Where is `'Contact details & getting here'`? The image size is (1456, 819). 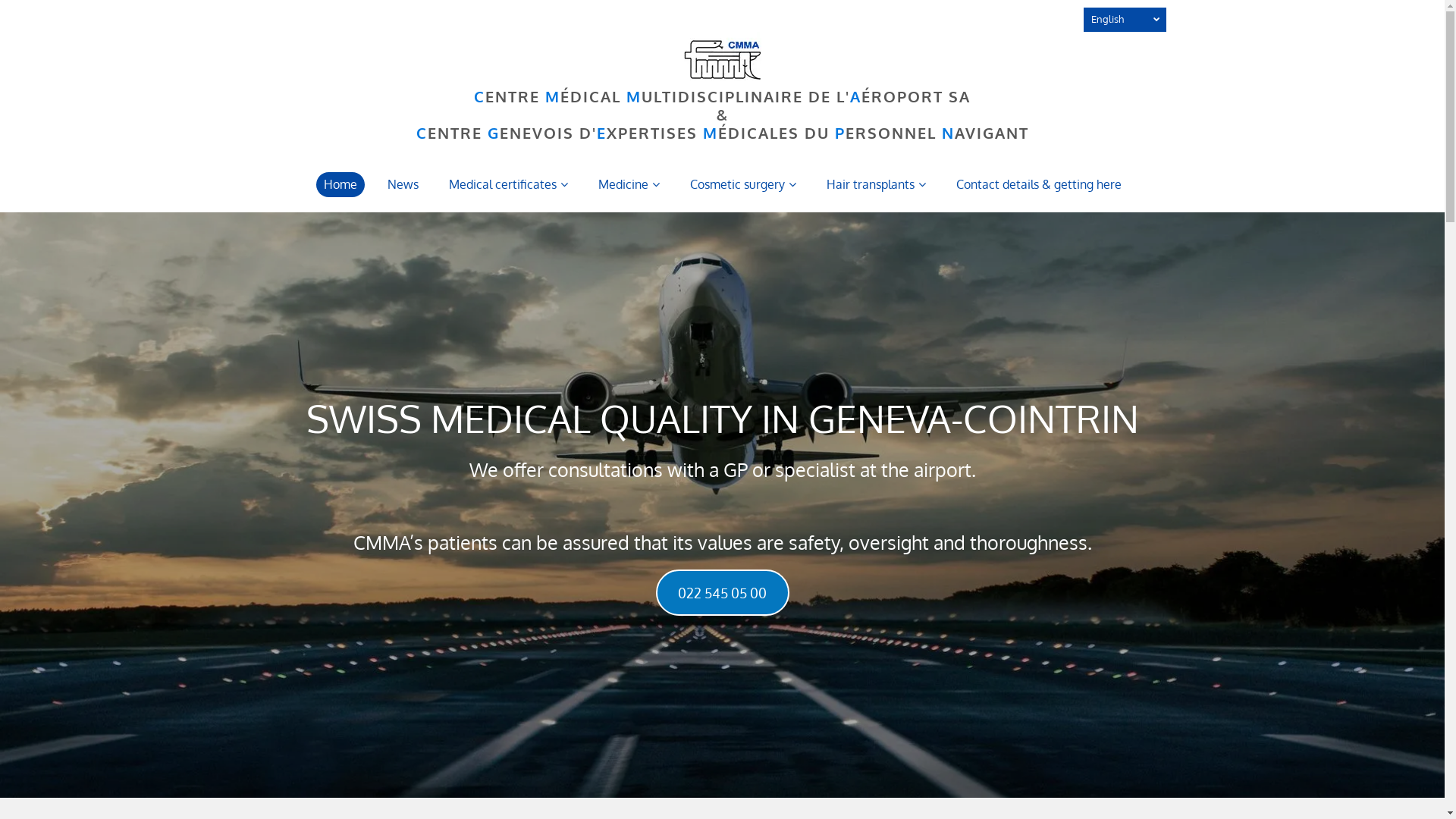 'Contact details & getting here' is located at coordinates (1037, 184).